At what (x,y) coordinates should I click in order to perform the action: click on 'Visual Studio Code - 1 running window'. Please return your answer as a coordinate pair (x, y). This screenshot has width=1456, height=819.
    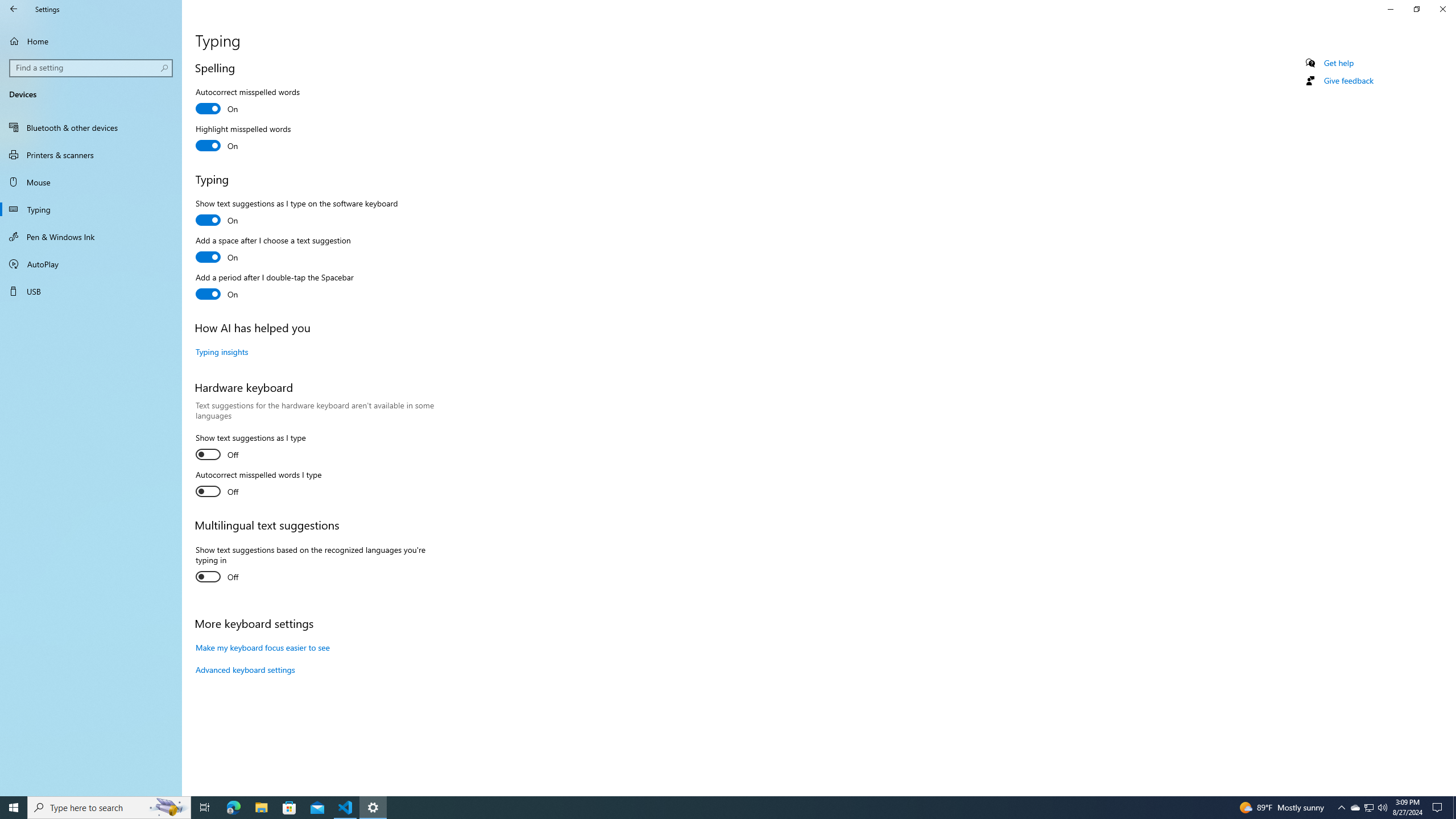
    Looking at the image, I should click on (345, 806).